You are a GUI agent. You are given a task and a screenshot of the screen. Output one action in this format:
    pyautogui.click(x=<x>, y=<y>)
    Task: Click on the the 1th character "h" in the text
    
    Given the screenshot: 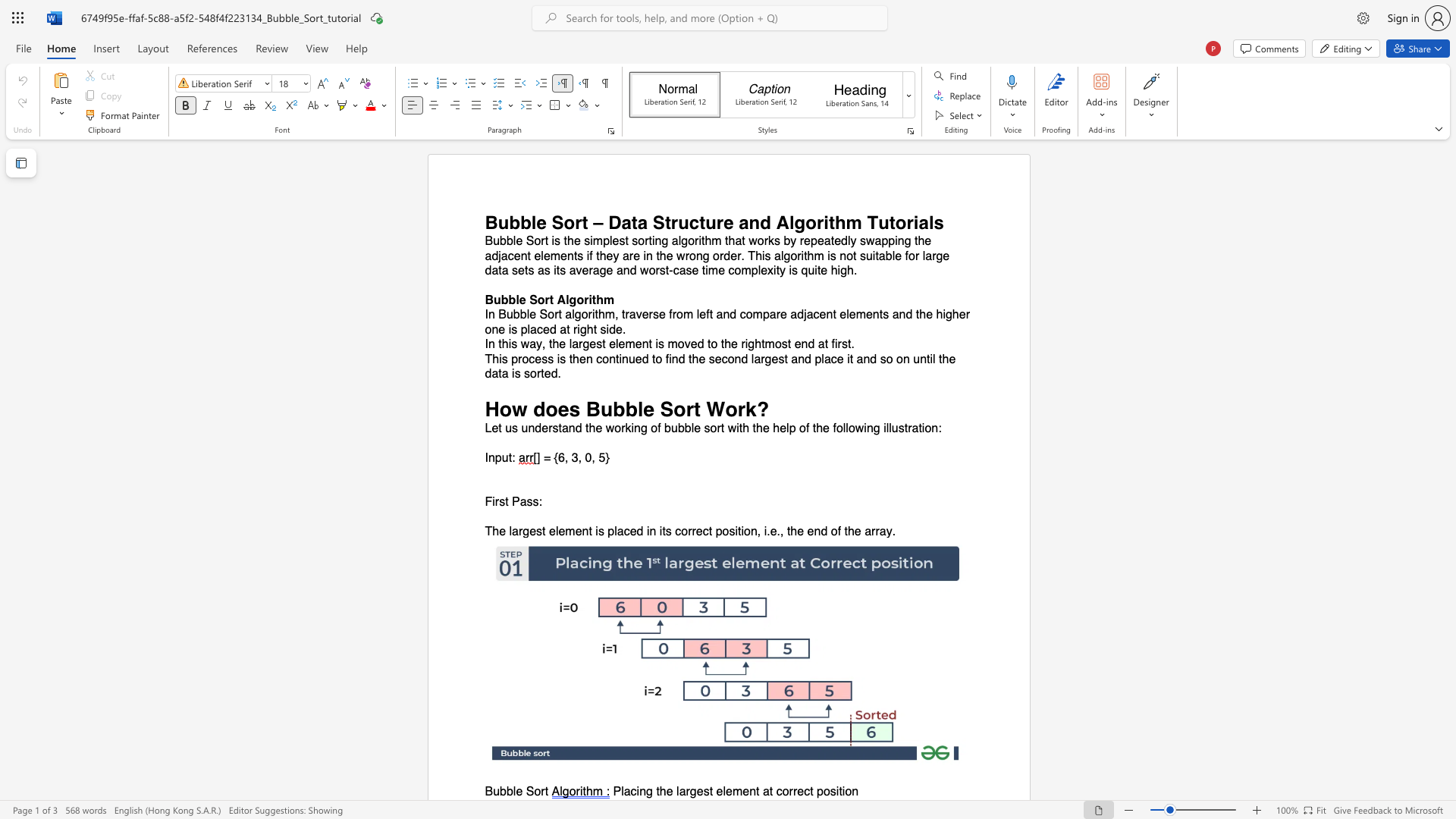 What is the action you would take?
    pyautogui.click(x=601, y=314)
    